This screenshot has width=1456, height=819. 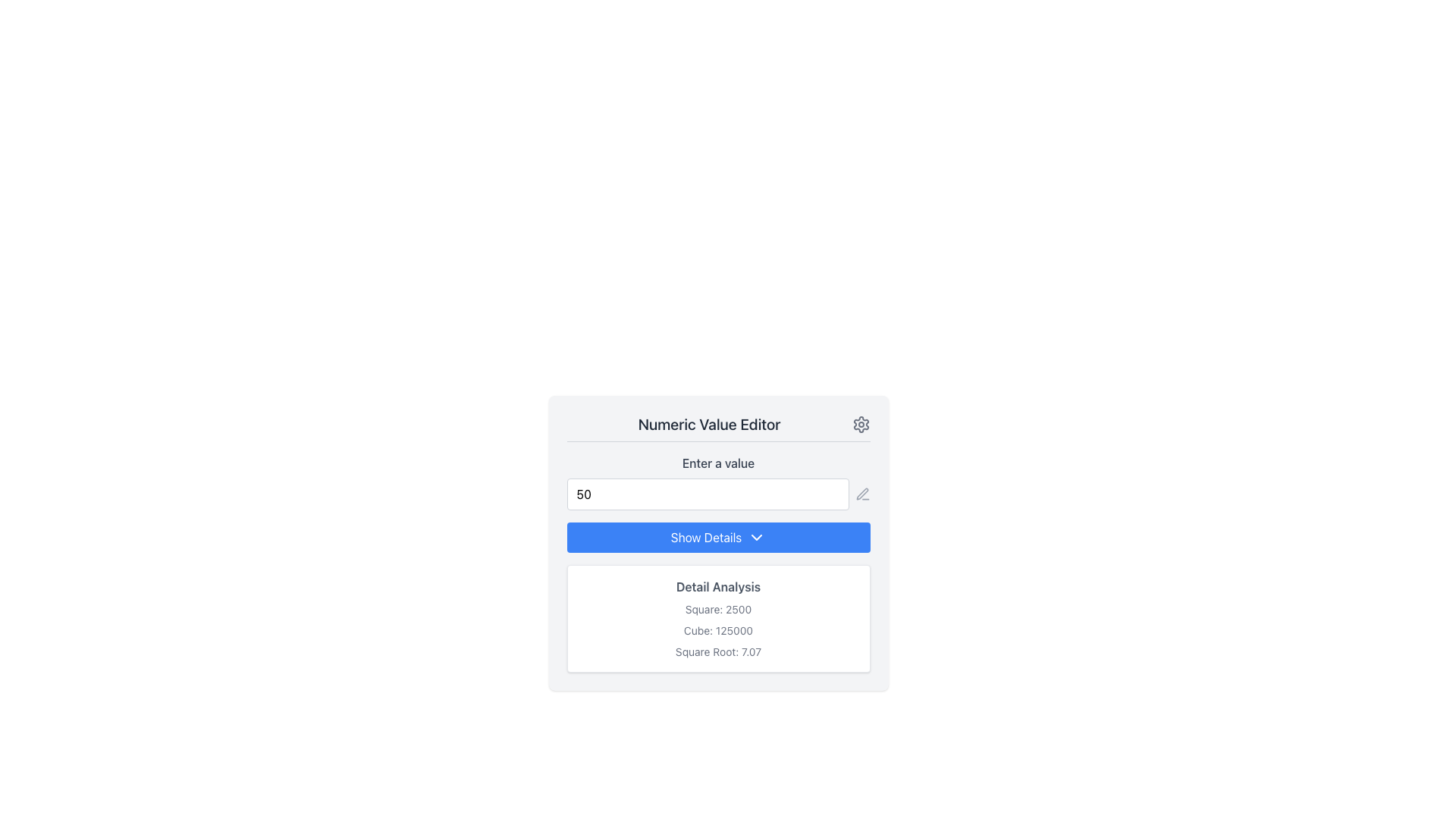 I want to click on the settings icon located, so click(x=861, y=424).